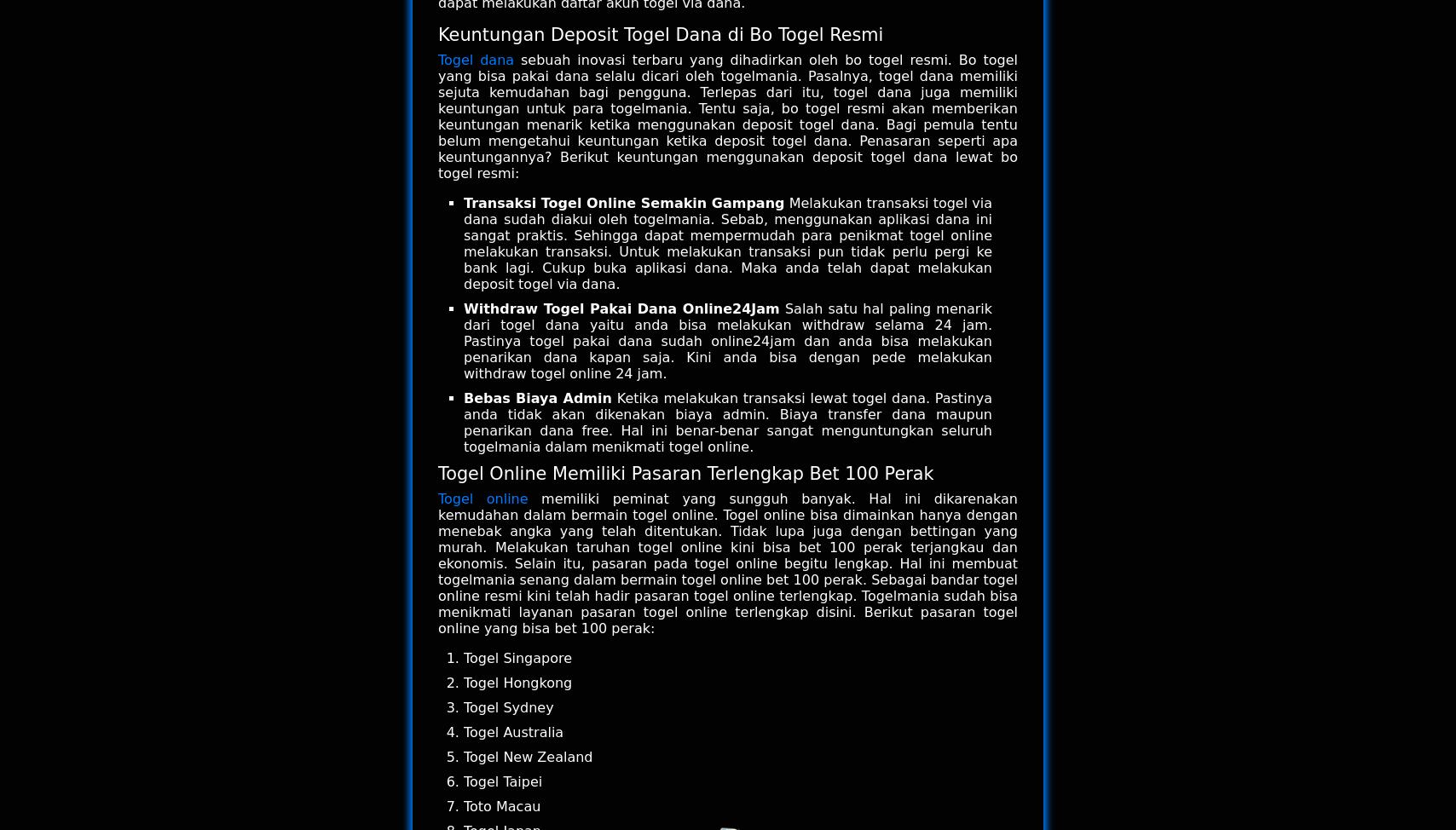 Image resolution: width=1456 pixels, height=830 pixels. I want to click on 'sebuah inovasi terbaru yang dihadirkan oleh bo togel resmi. Bo togel yang bisa pakai dana selalu dicari oleh togelmania. Pasalnya, togel dana memiliki sejuta kemudahan bagi pengguna. Terlepas dari itu, togel dana juga memiliki keuntungan untuk para togelmania. Tentu saja, bo togel resmi akan memberikan keuntungan menarik ketika menggunakan deposit togel dana. Bagi pemula tentu belum mengetahui keuntungan ketika deposit togel dana. Penasaran seperti apa keuntungannya? Berikut keuntungan menggunakan deposit togel dana lewat bo togel resmi:', so click(728, 116).